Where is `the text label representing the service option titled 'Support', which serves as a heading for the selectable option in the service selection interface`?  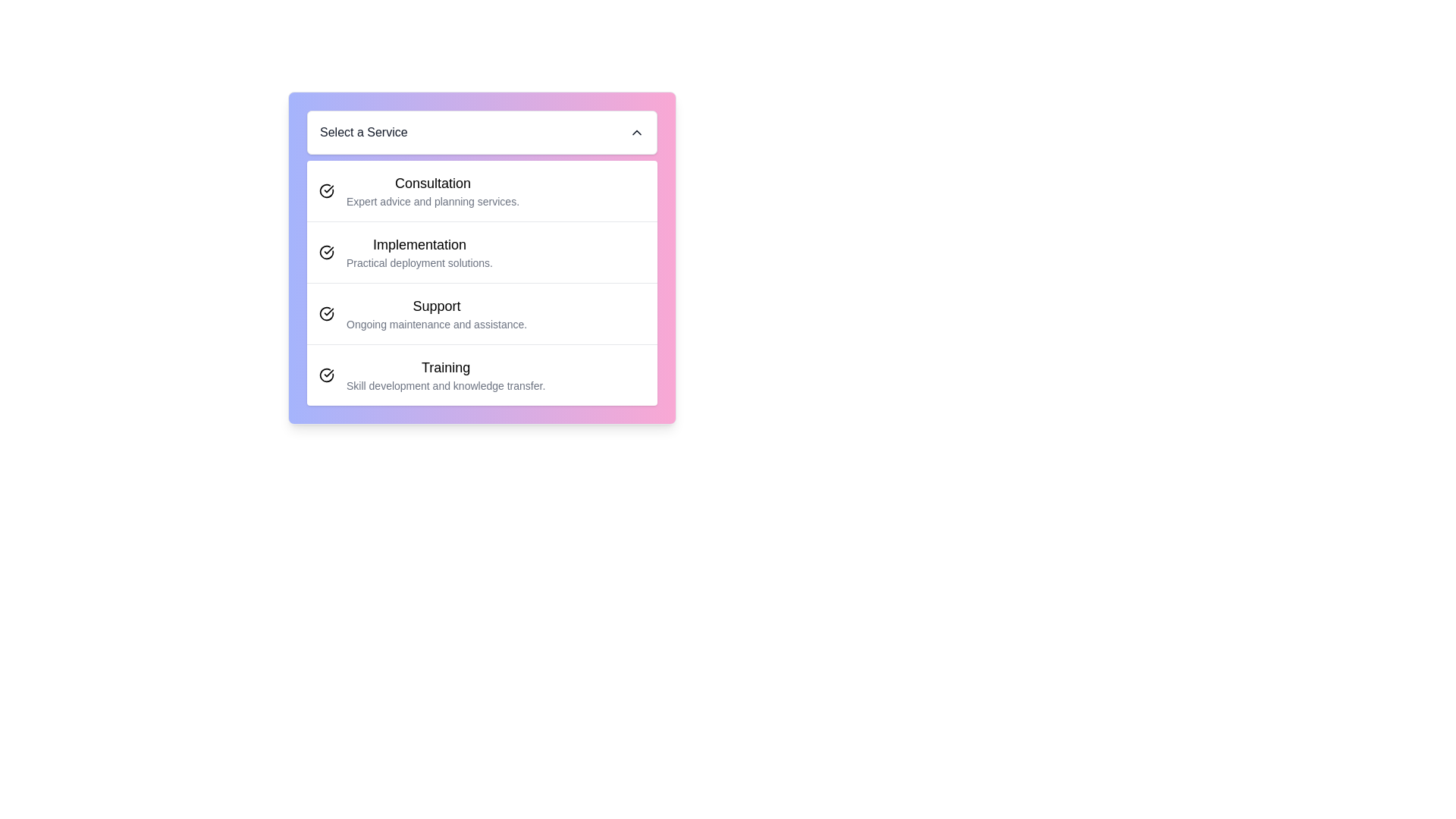 the text label representing the service option titled 'Support', which serves as a heading for the selectable option in the service selection interface is located at coordinates (436, 306).